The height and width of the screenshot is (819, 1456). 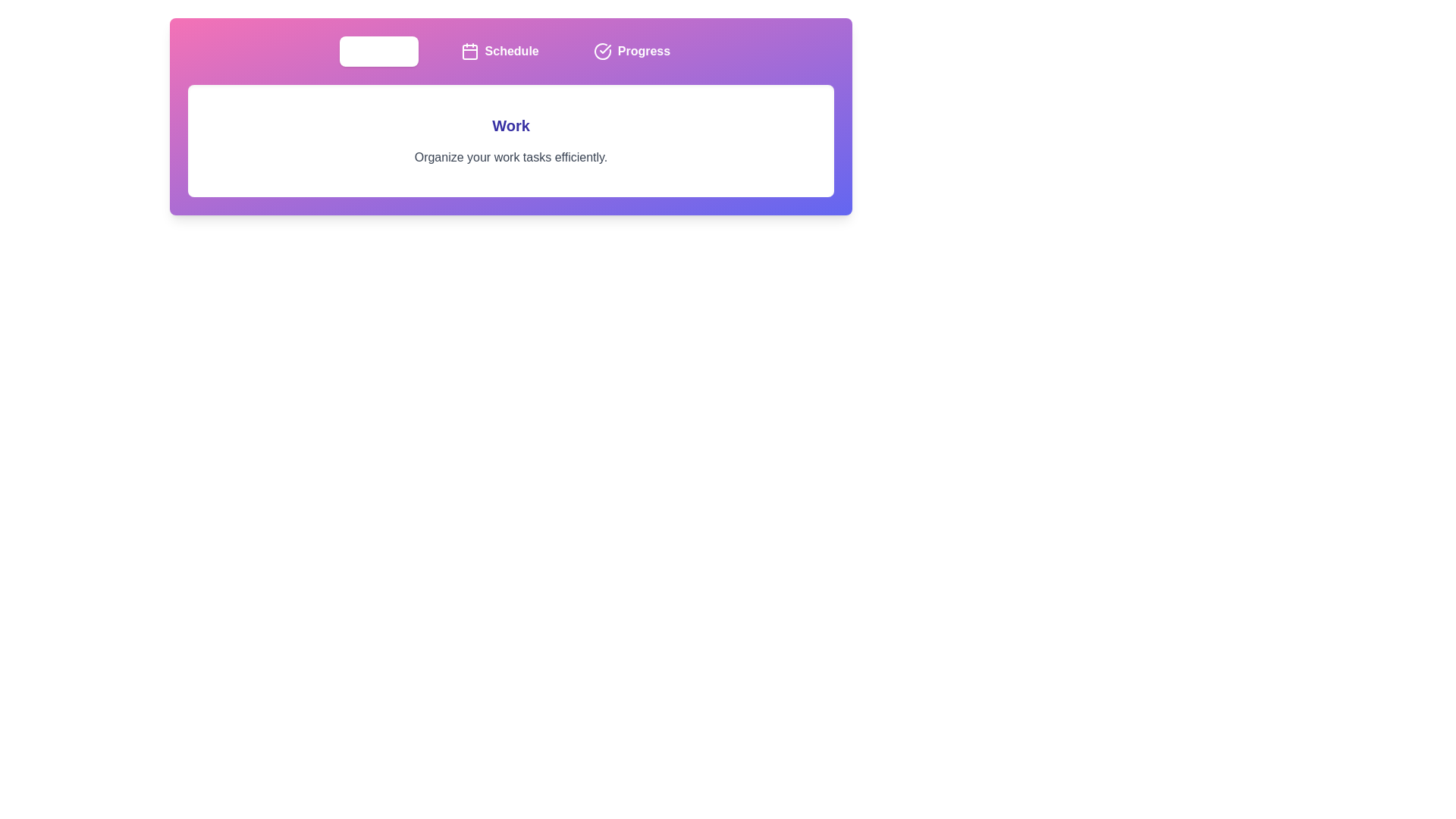 What do you see at coordinates (500, 51) in the screenshot?
I see `the tab button labeled Schedule` at bounding box center [500, 51].